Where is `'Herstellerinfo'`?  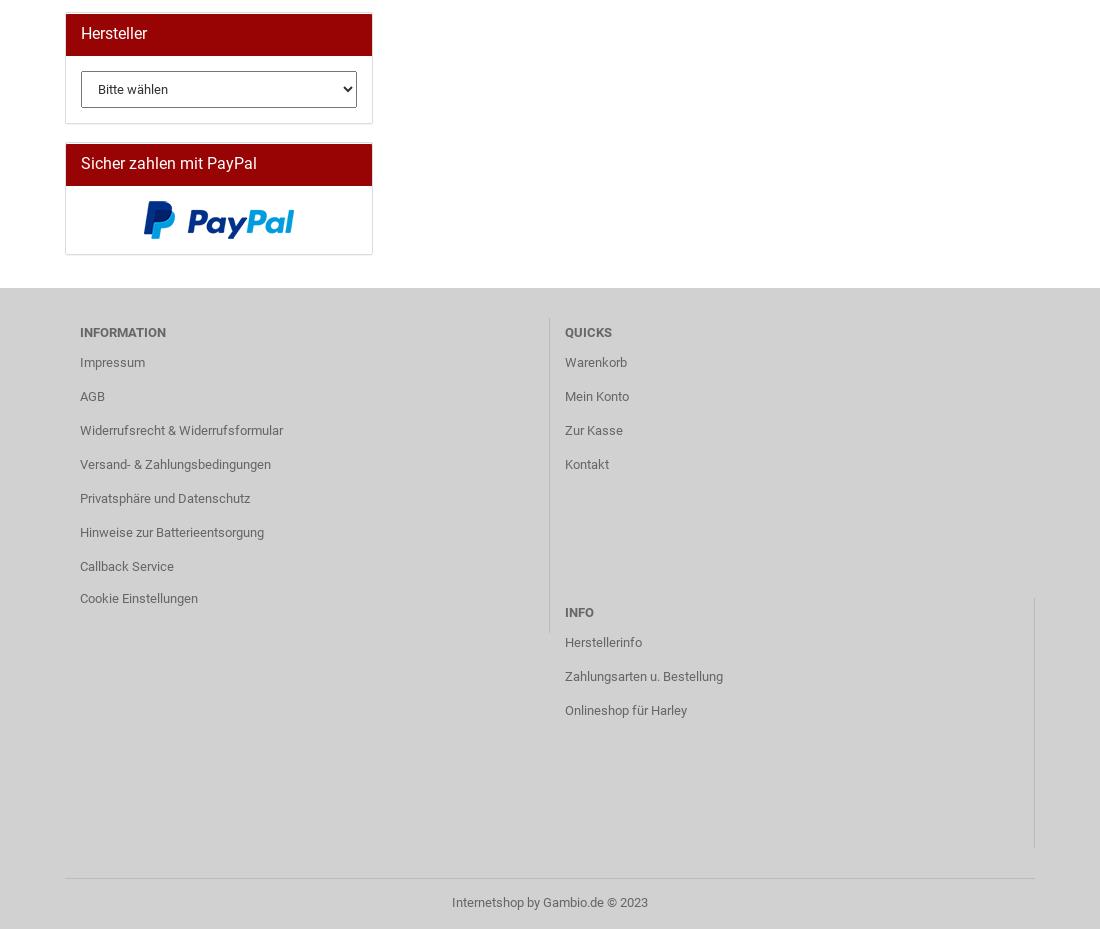
'Herstellerinfo' is located at coordinates (563, 641).